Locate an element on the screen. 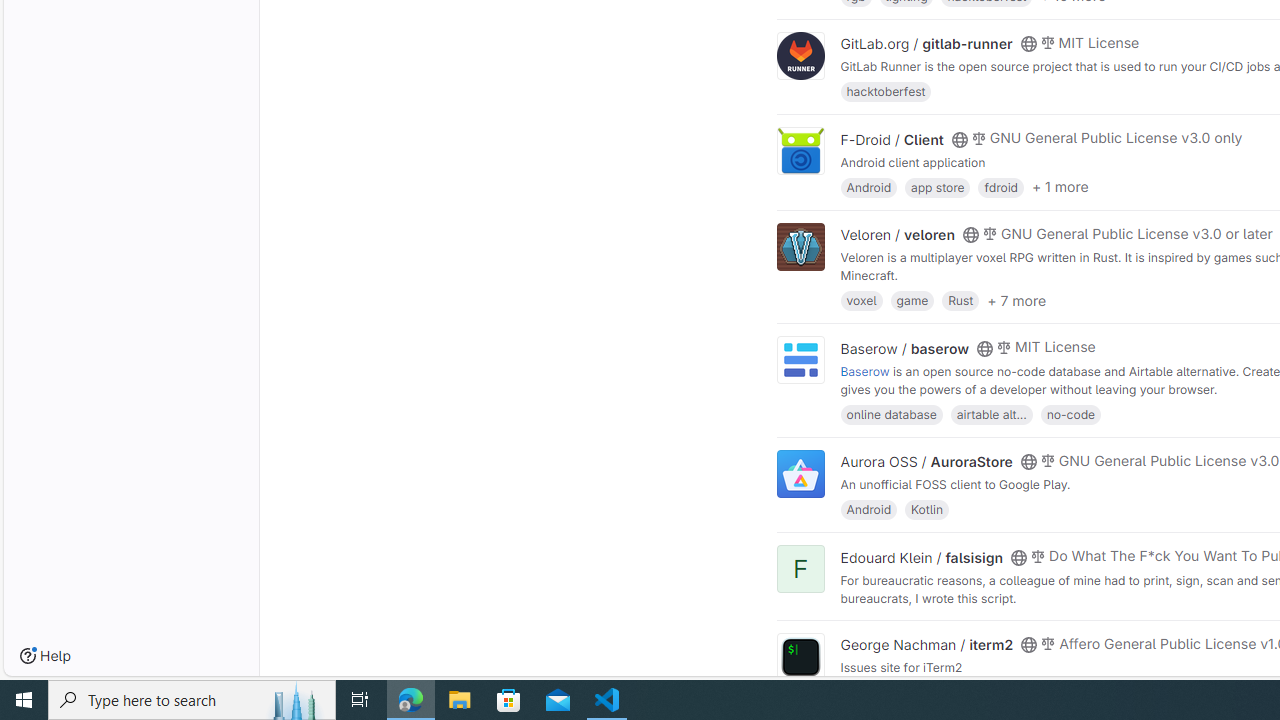  '+ 1 more' is located at coordinates (1058, 187).